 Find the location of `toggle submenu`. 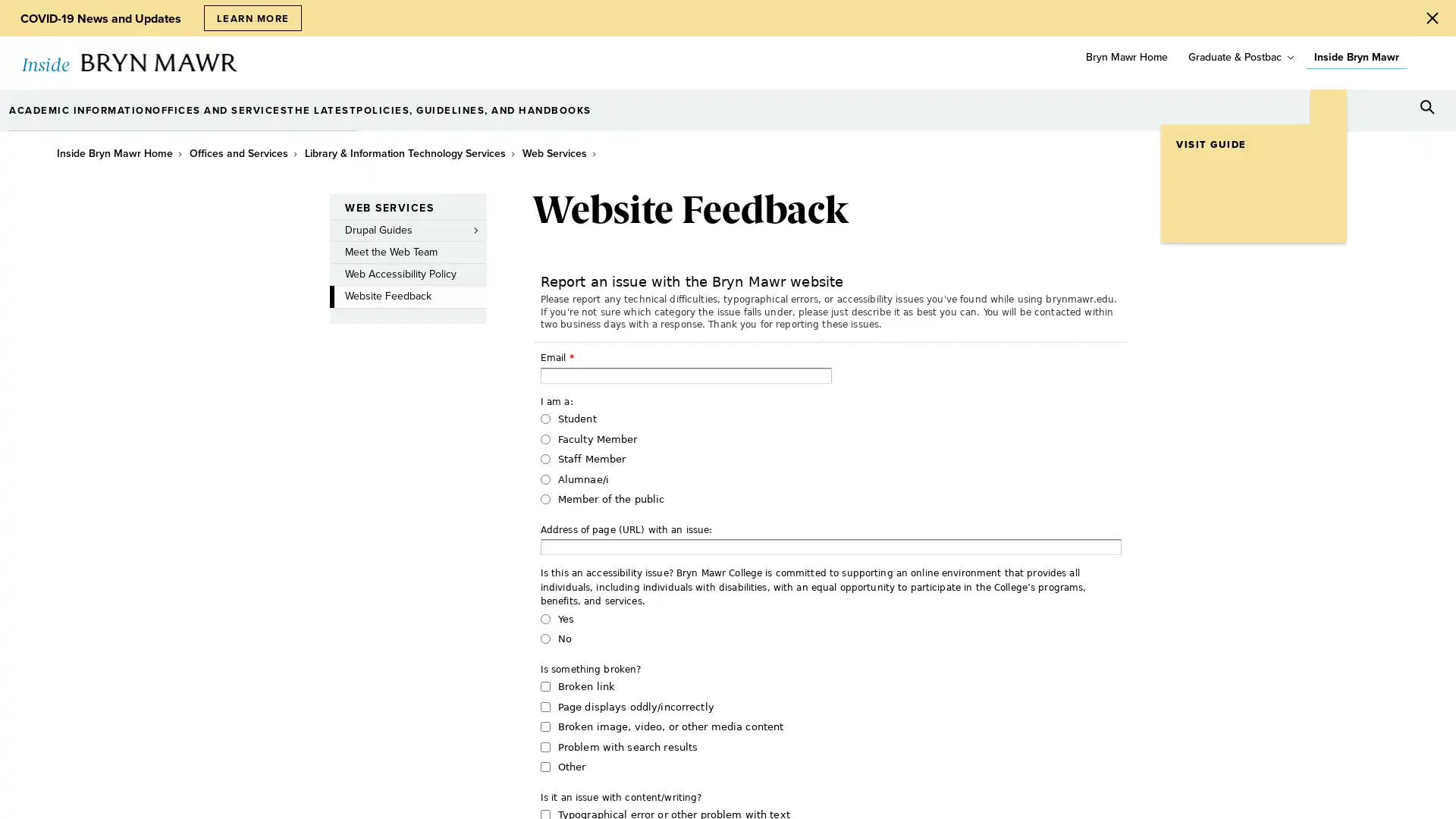

toggle submenu is located at coordinates (331, 99).